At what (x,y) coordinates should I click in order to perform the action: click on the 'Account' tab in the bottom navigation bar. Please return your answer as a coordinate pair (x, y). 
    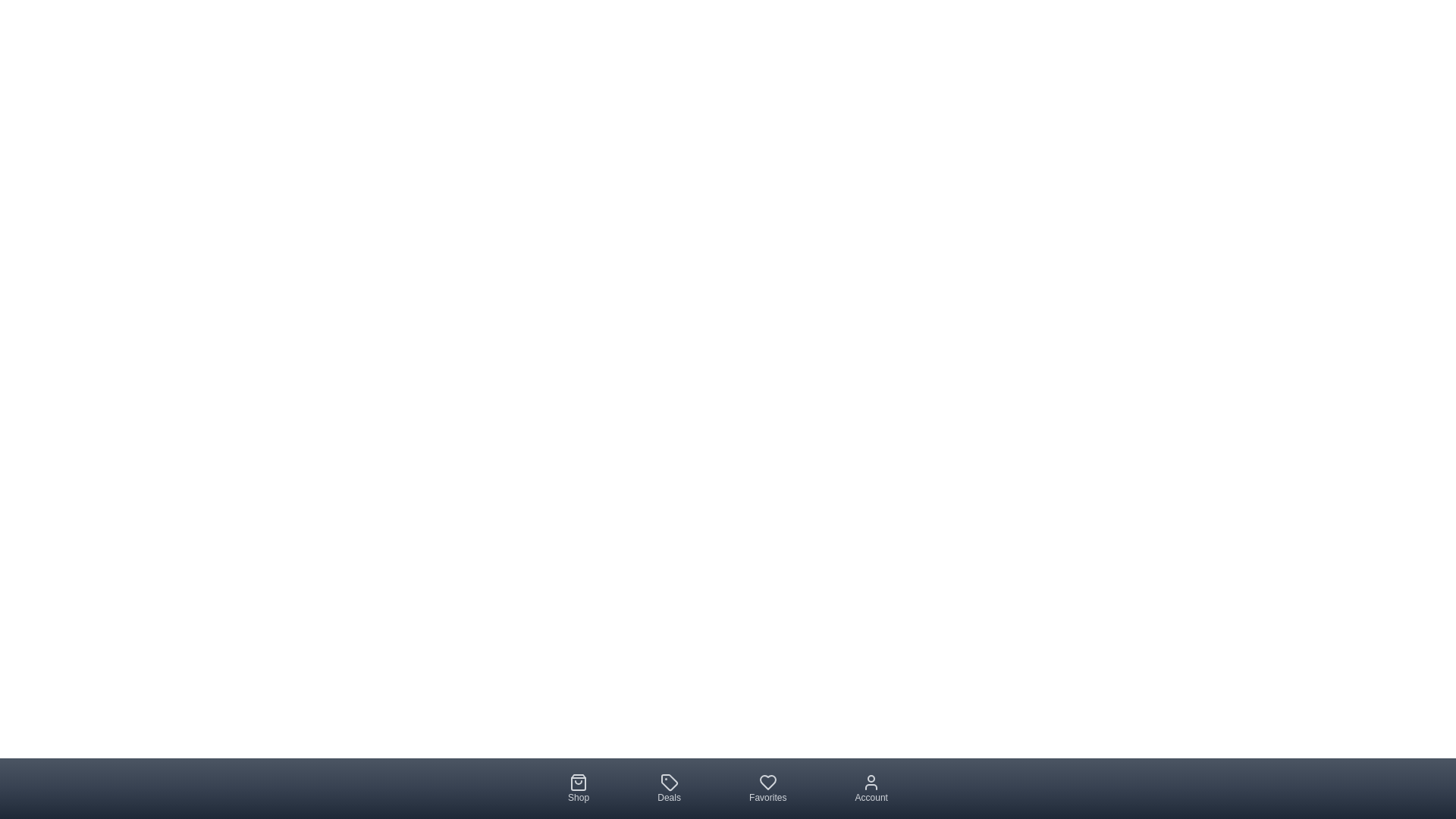
    Looking at the image, I should click on (871, 788).